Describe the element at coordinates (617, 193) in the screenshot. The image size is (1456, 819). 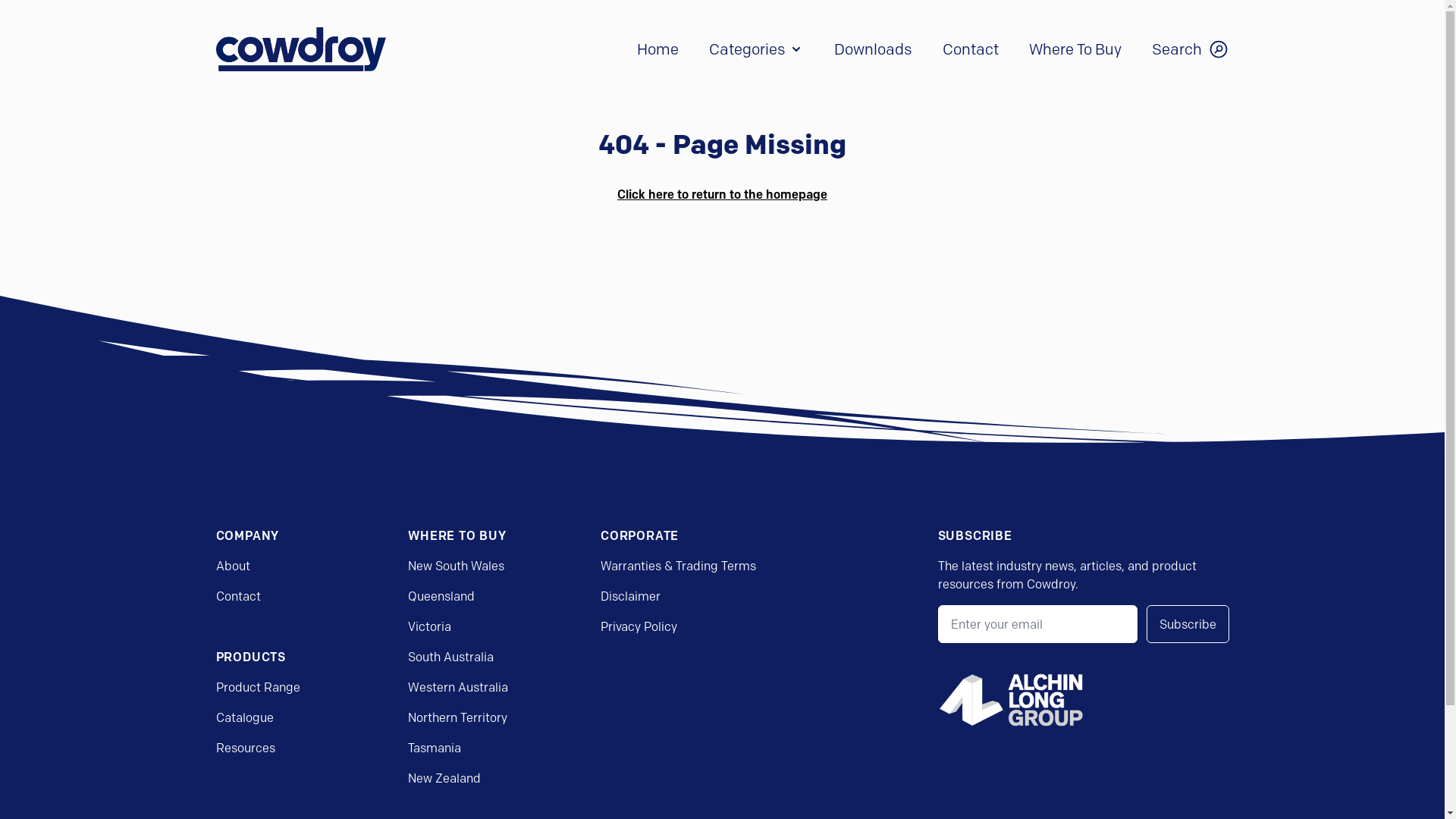
I see `'Click here to return to the homepage'` at that location.